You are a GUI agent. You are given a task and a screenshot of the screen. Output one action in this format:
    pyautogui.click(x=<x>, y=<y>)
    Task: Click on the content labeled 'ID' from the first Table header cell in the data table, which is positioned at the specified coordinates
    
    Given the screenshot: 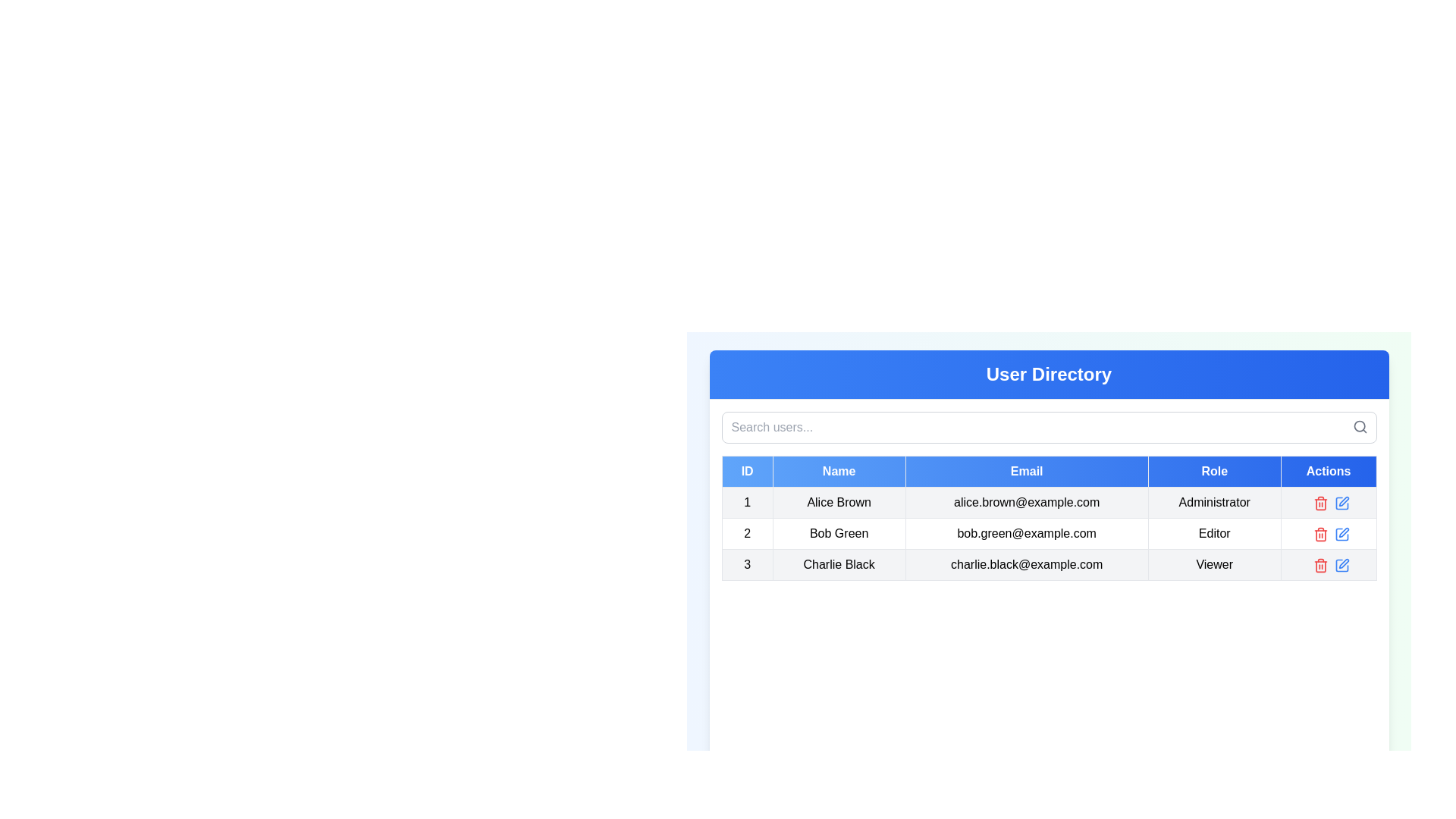 What is the action you would take?
    pyautogui.click(x=747, y=470)
    